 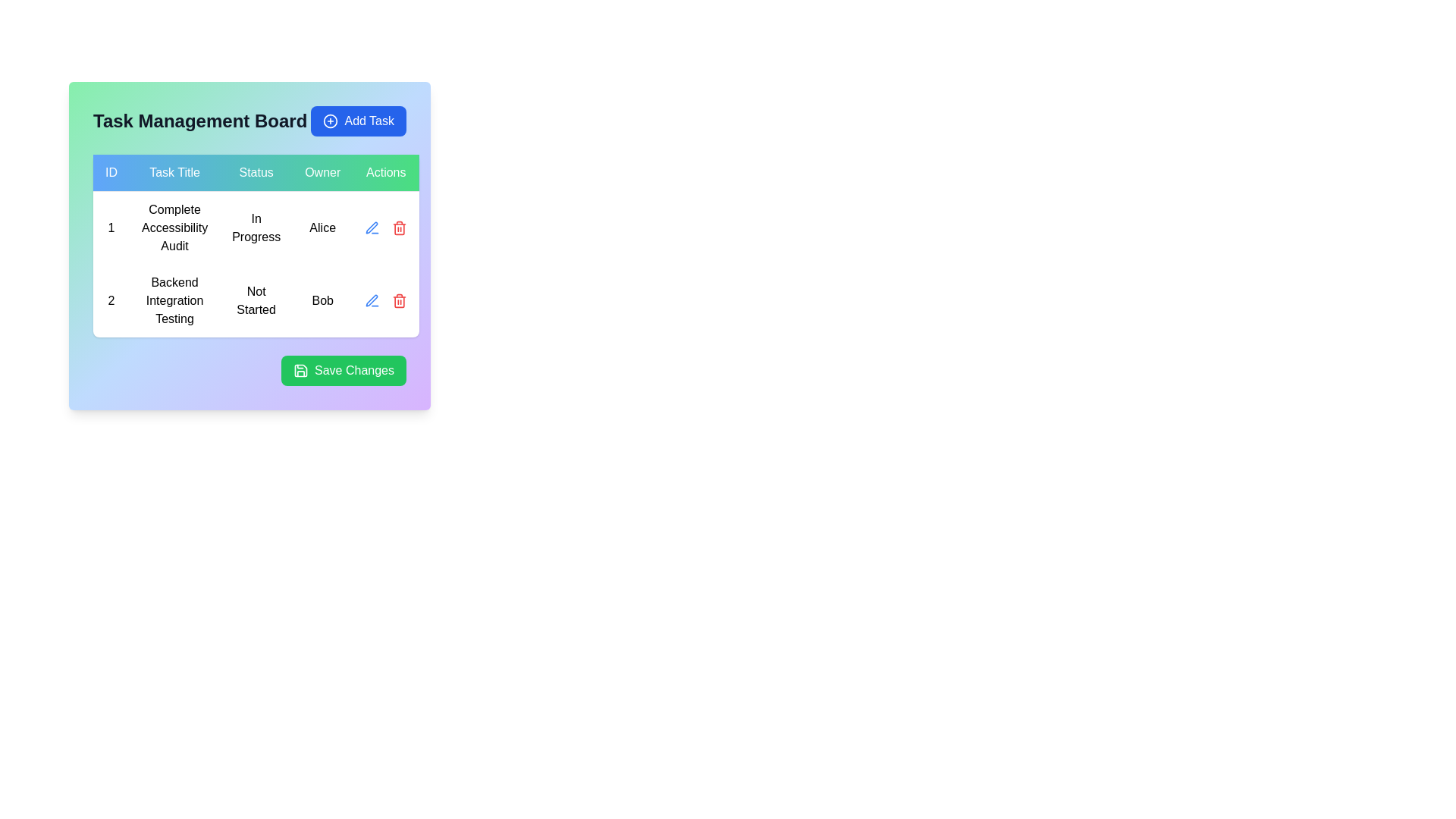 What do you see at coordinates (301, 371) in the screenshot?
I see `the green 'Save Changes' button at the bottom center of the task management board` at bounding box center [301, 371].